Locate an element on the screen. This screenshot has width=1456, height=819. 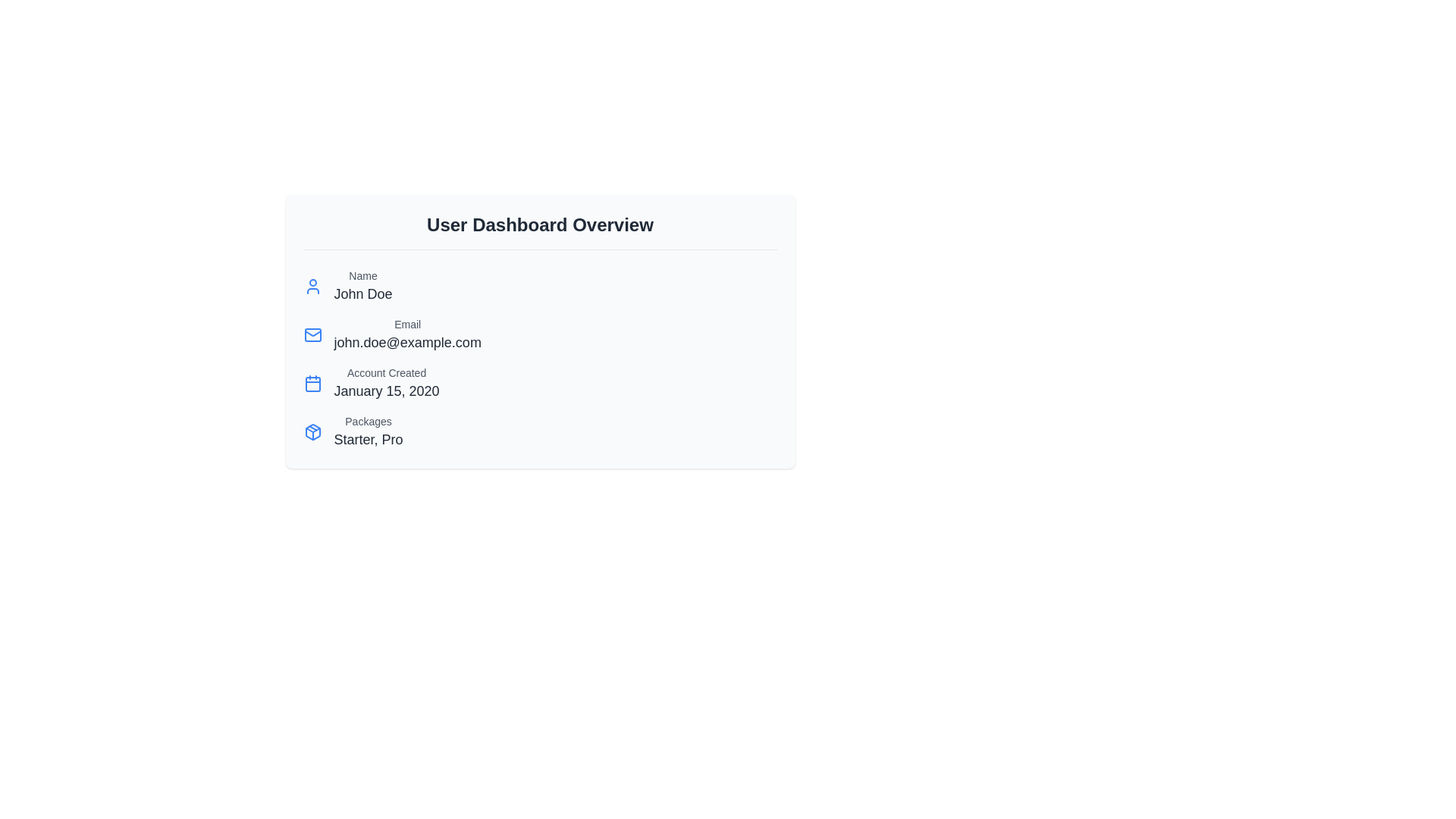
text heading for the 'User Dashboard Overview' section, which provides context for the user fields and data displayed below is located at coordinates (540, 231).